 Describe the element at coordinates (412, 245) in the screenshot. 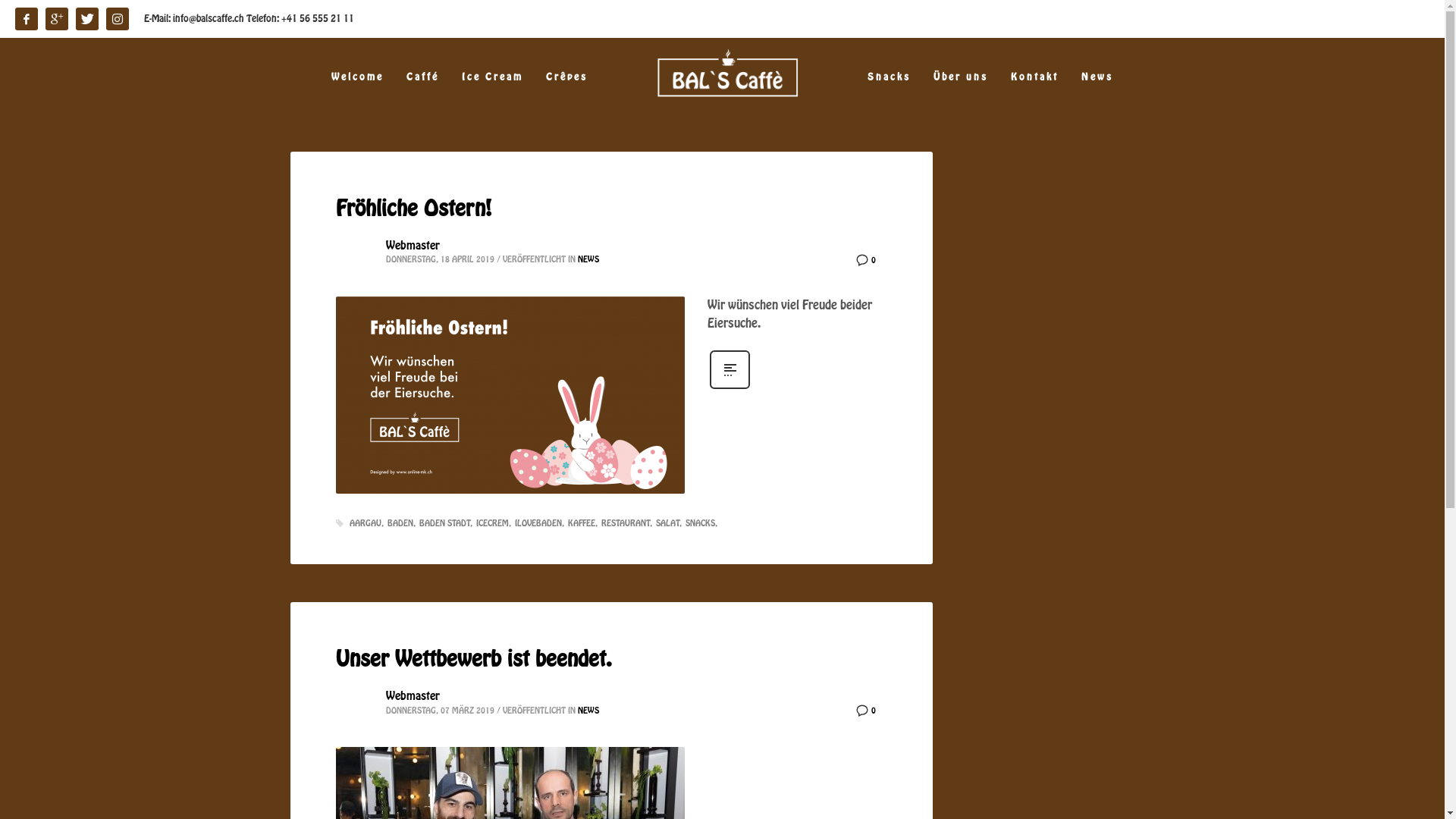

I see `'Webmaster'` at that location.